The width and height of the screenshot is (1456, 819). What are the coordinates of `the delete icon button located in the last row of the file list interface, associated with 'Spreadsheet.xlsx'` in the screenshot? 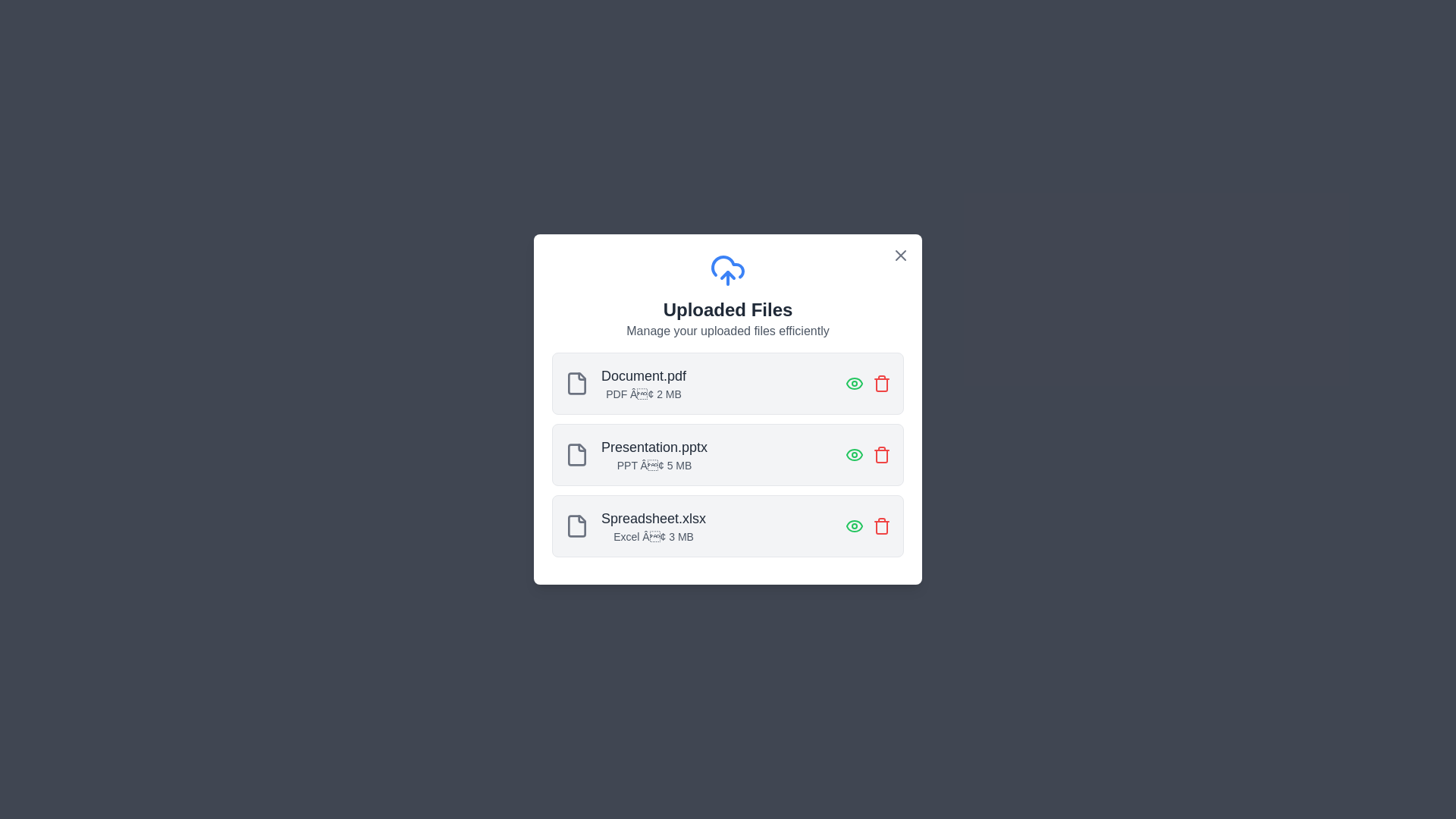 It's located at (881, 526).